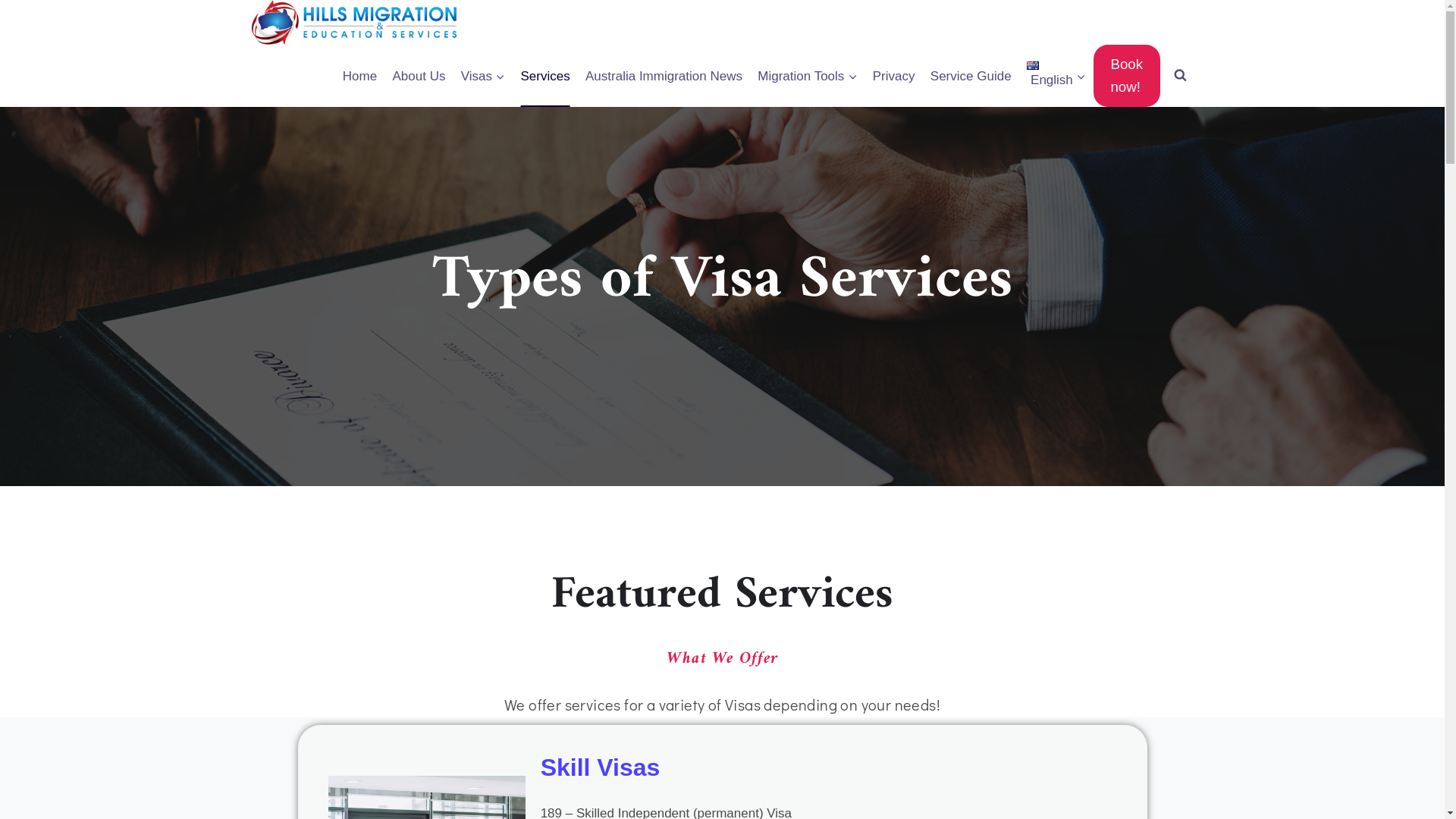  What do you see at coordinates (806, 76) in the screenshot?
I see `'Migration Tools'` at bounding box center [806, 76].